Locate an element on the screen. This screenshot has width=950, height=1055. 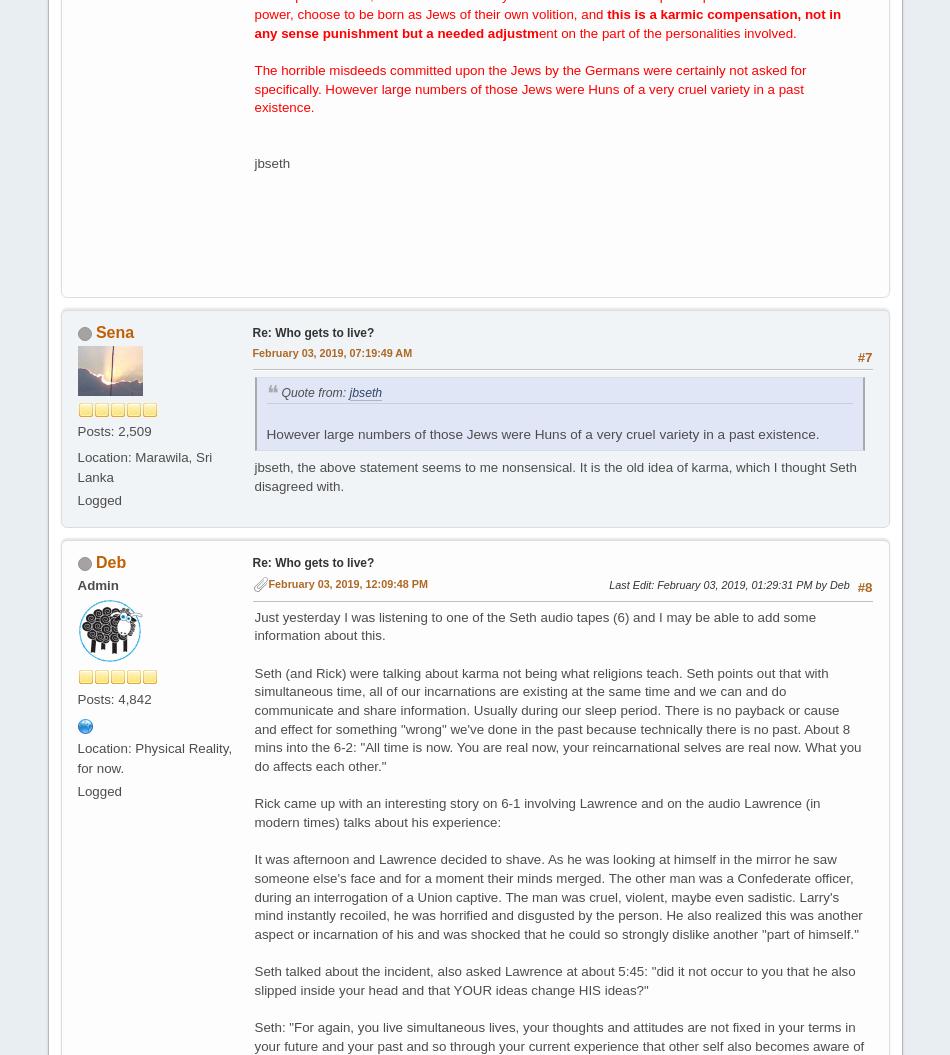
'#7' is located at coordinates (863, 357).